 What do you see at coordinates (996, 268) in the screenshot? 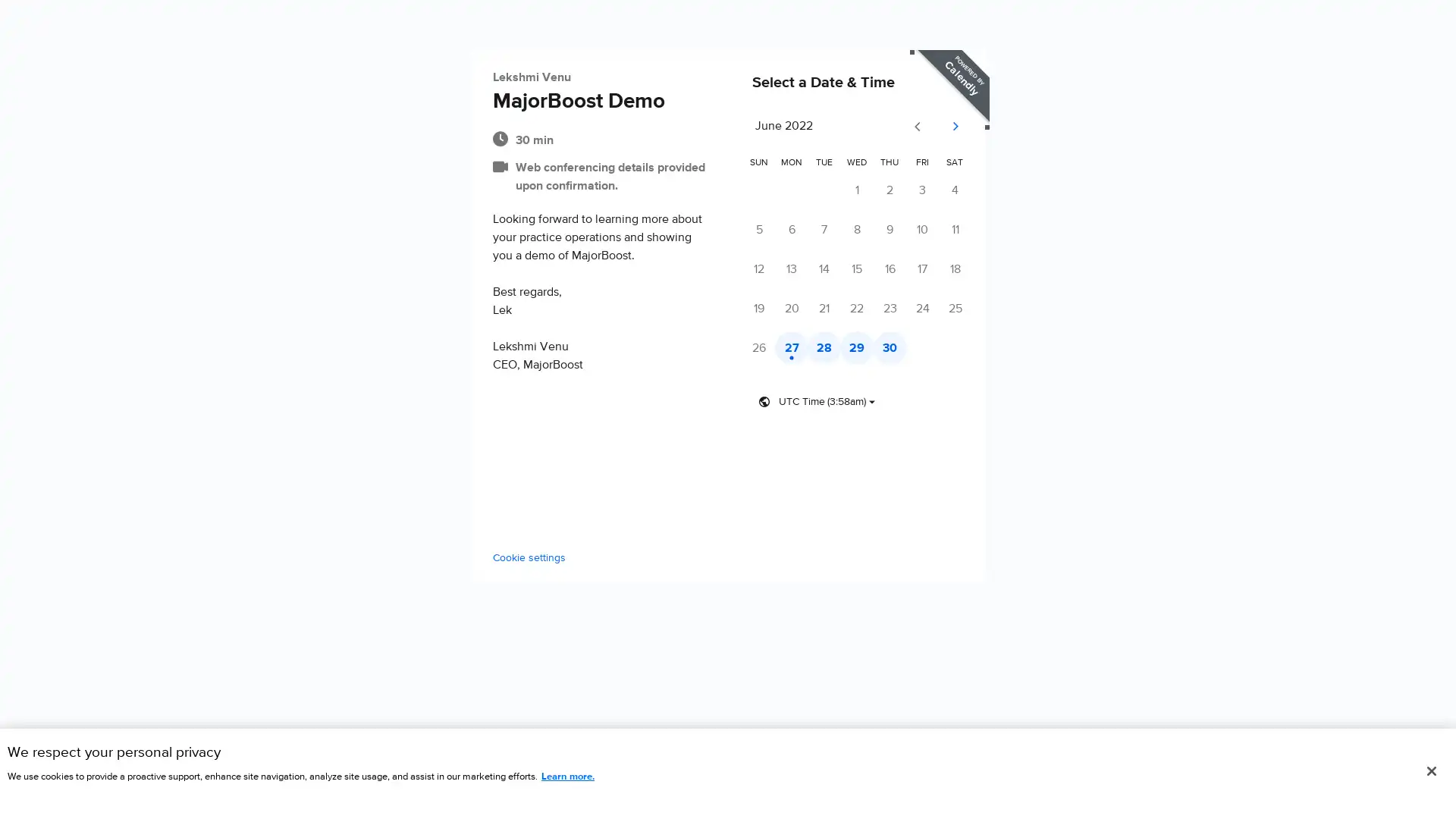
I see `Saturday, June 18 - No times available` at bounding box center [996, 268].